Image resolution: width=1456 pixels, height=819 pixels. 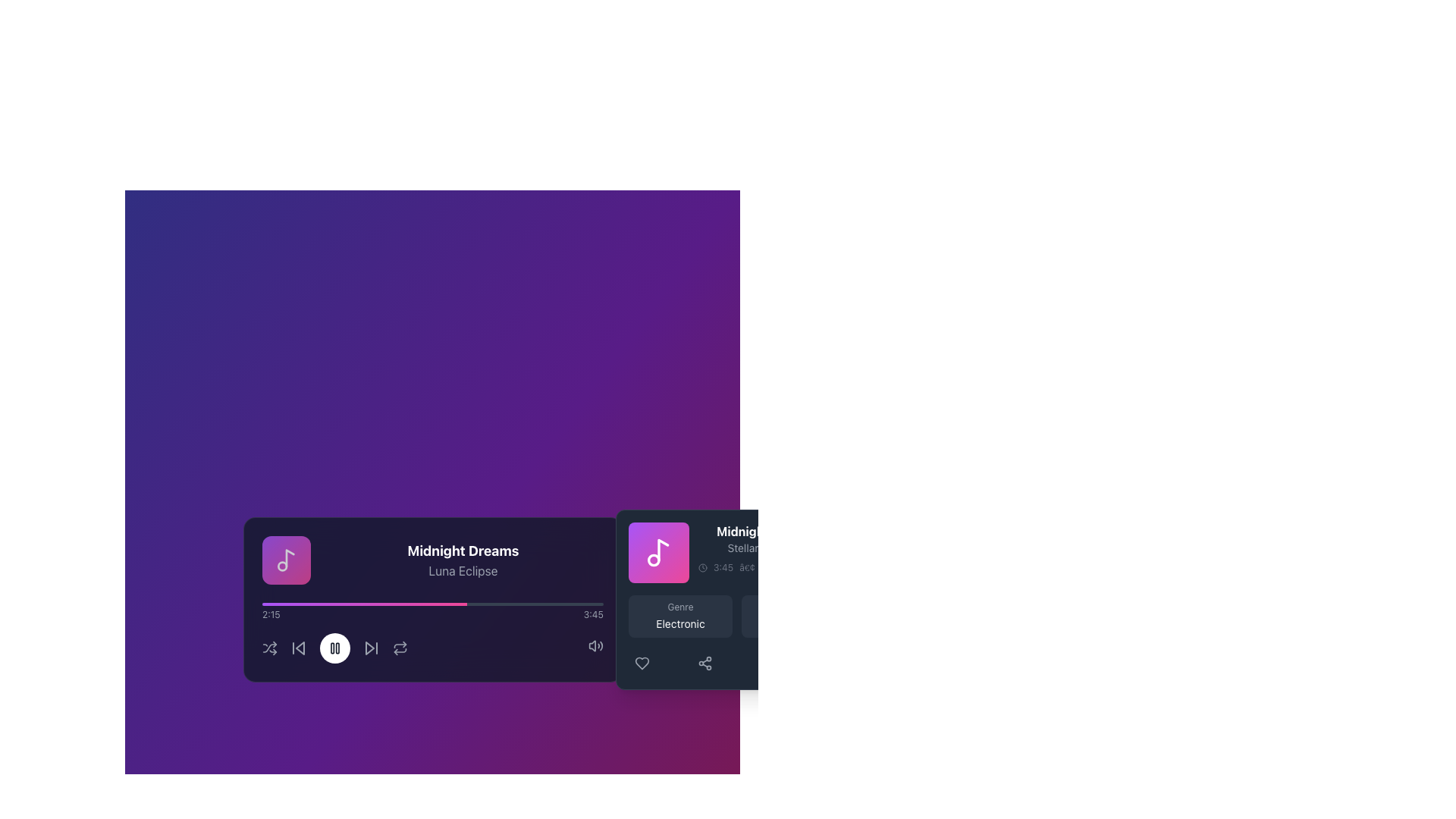 What do you see at coordinates (642, 663) in the screenshot?
I see `the heart icon, which is a hollow minimalist icon located in the bottom-left corner of the card displaying song details` at bounding box center [642, 663].